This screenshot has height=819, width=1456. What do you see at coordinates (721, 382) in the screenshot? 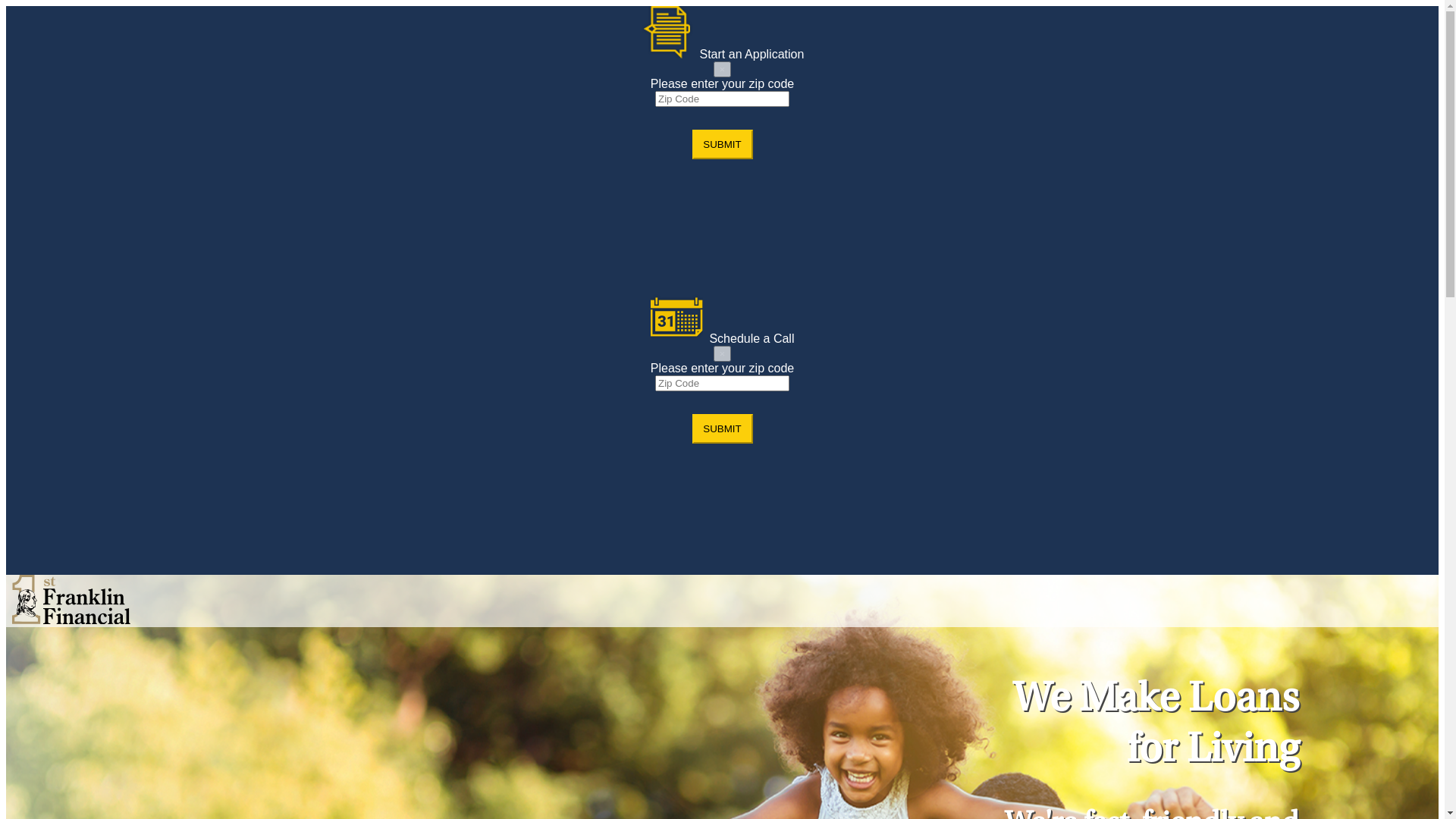
I see `' US Zip Code'` at bounding box center [721, 382].